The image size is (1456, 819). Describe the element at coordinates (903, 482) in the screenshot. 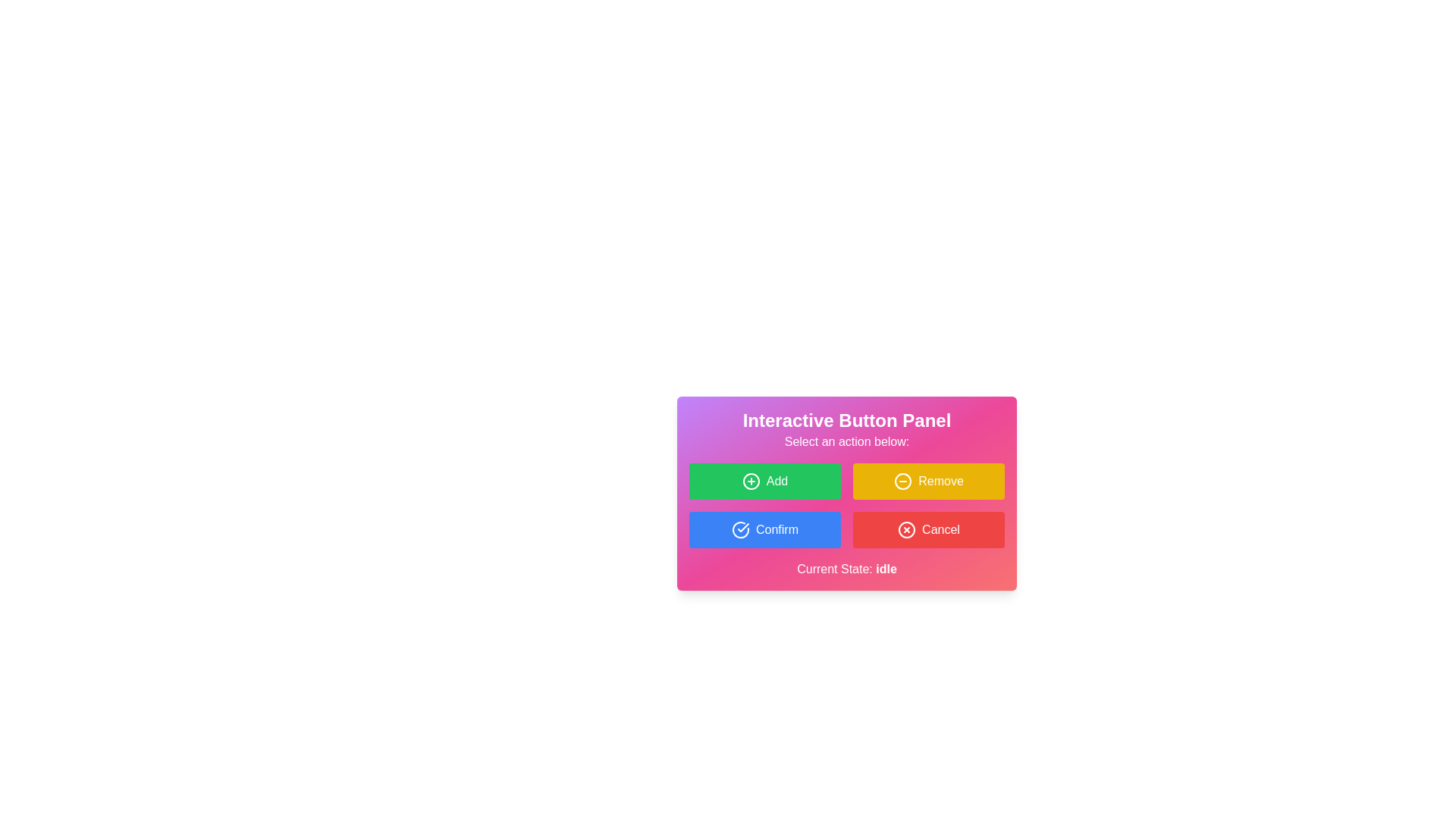

I see `the circular 'minus' icon with a yellow background located within the 'Remove' button, the second button in the top row of the button grid` at that location.